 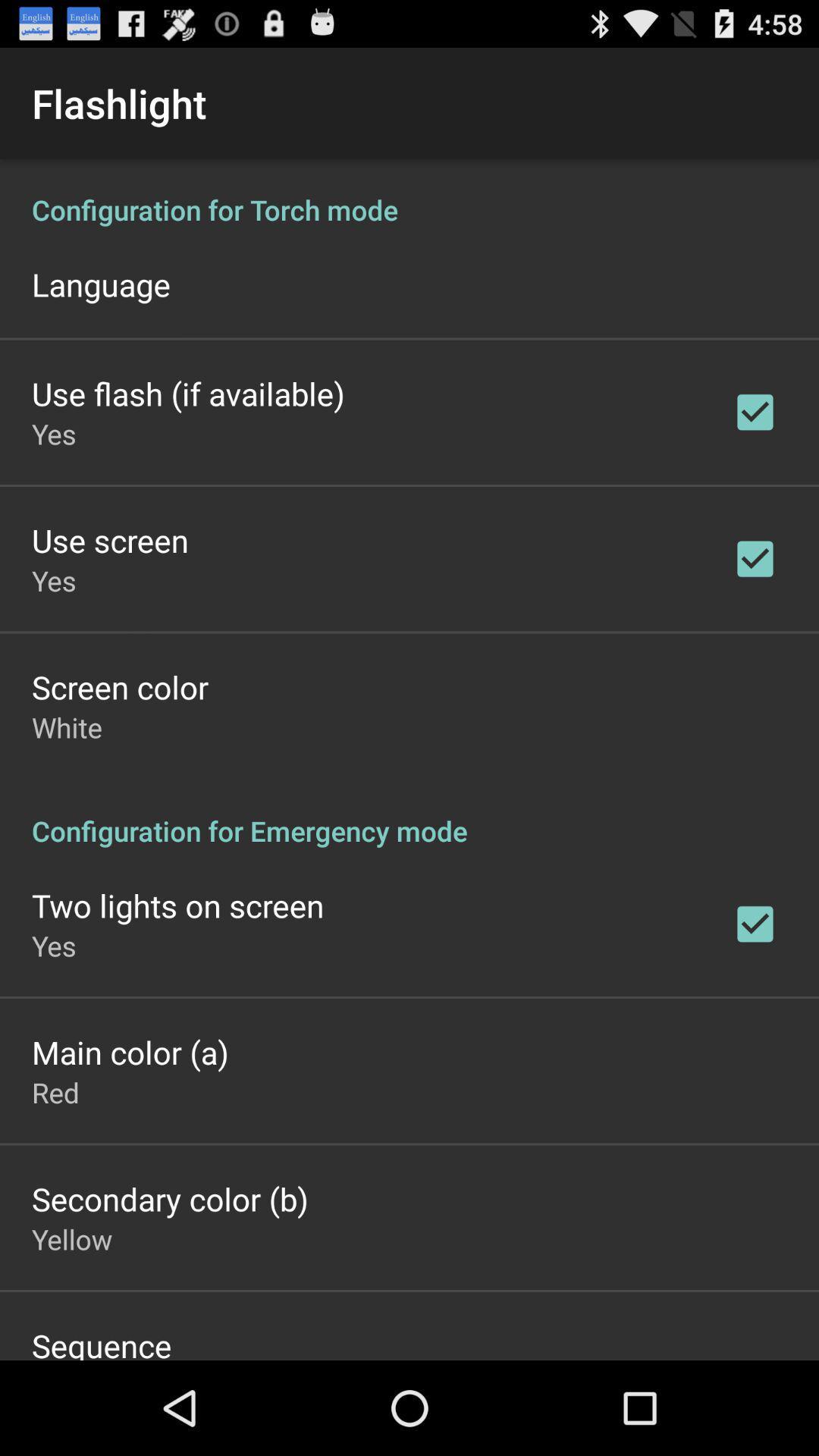 What do you see at coordinates (409, 760) in the screenshot?
I see `flashlight settings menu` at bounding box center [409, 760].